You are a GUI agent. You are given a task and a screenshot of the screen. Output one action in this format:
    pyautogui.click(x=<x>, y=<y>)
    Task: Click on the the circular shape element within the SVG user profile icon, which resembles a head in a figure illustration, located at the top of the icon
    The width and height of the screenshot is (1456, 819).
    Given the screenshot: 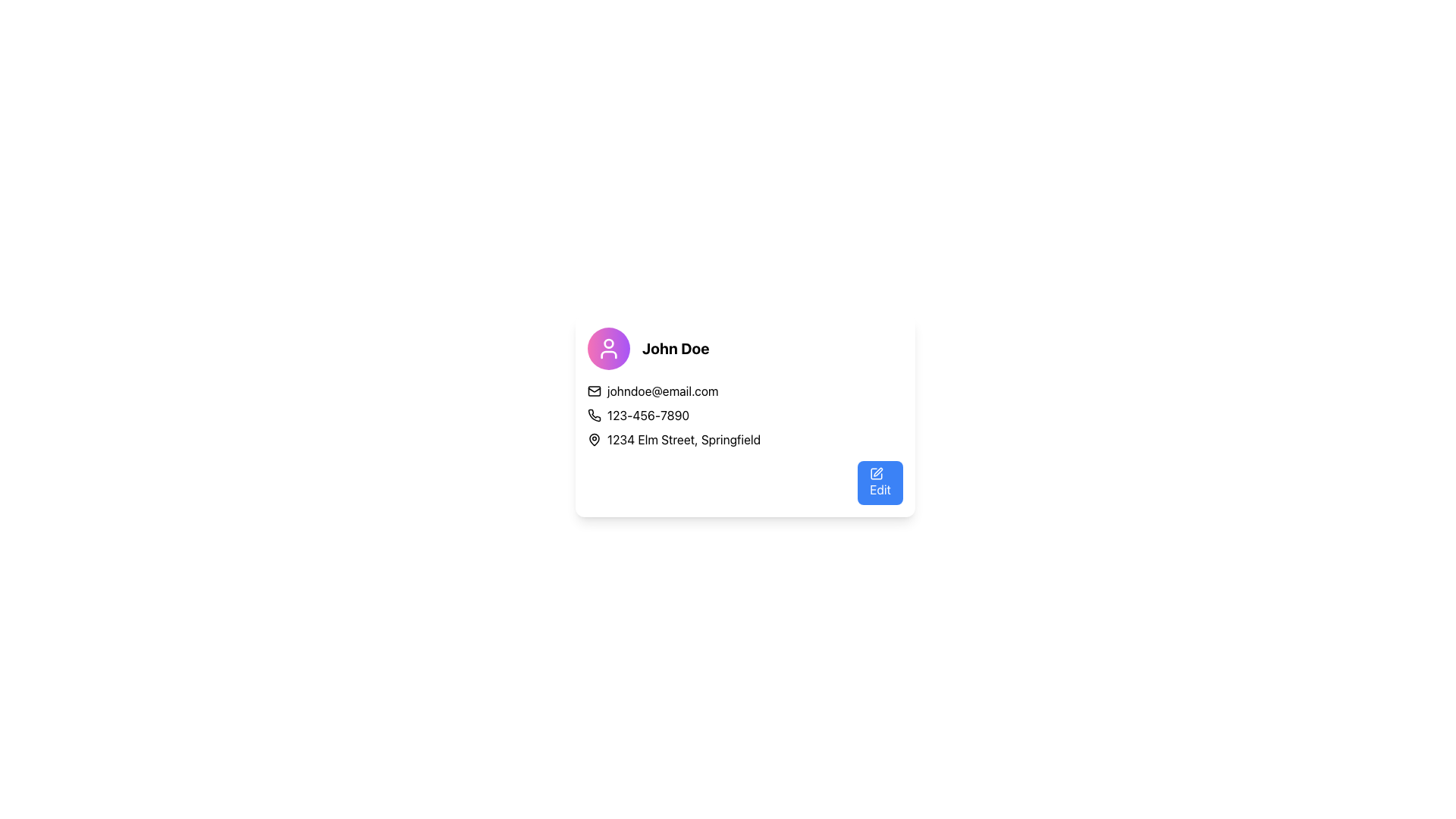 What is the action you would take?
    pyautogui.click(x=608, y=343)
    